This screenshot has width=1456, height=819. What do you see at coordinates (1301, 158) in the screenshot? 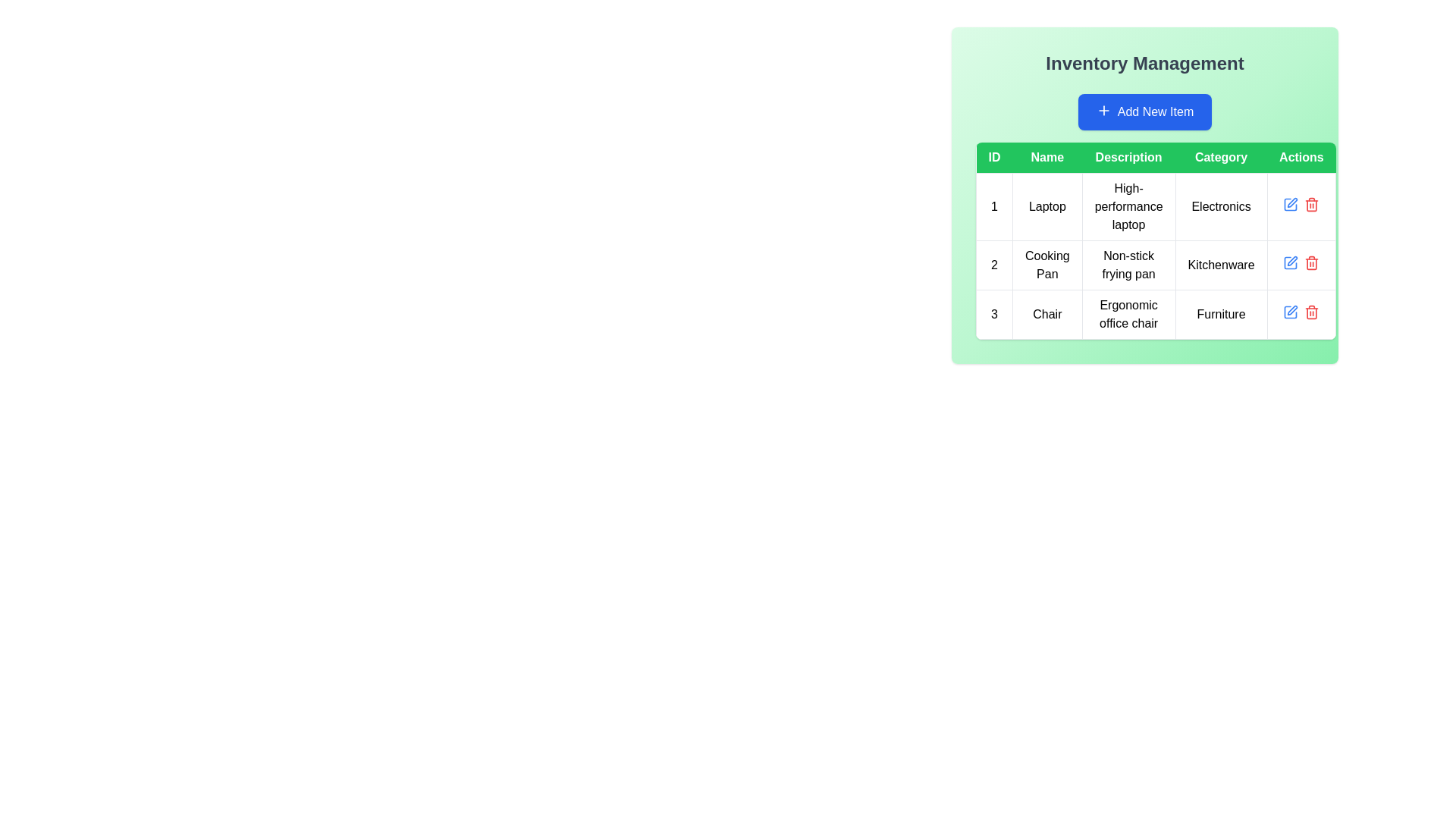
I see `the 'Actions' text label, the fifth header in the table under the blue-green section labeled 'Inventory Management'` at bounding box center [1301, 158].